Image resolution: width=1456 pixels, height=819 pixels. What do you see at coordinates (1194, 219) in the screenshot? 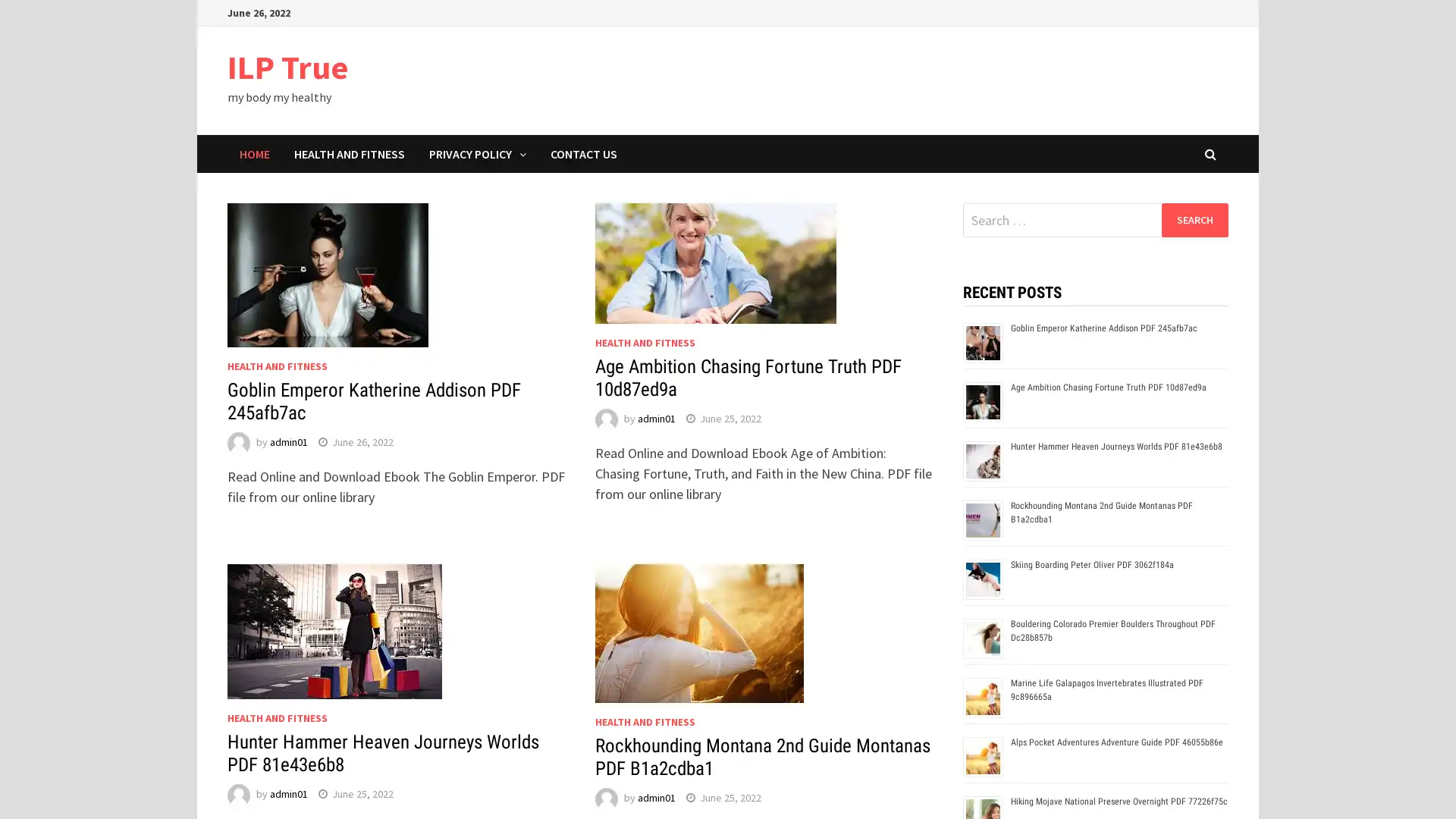
I see `Search` at bounding box center [1194, 219].